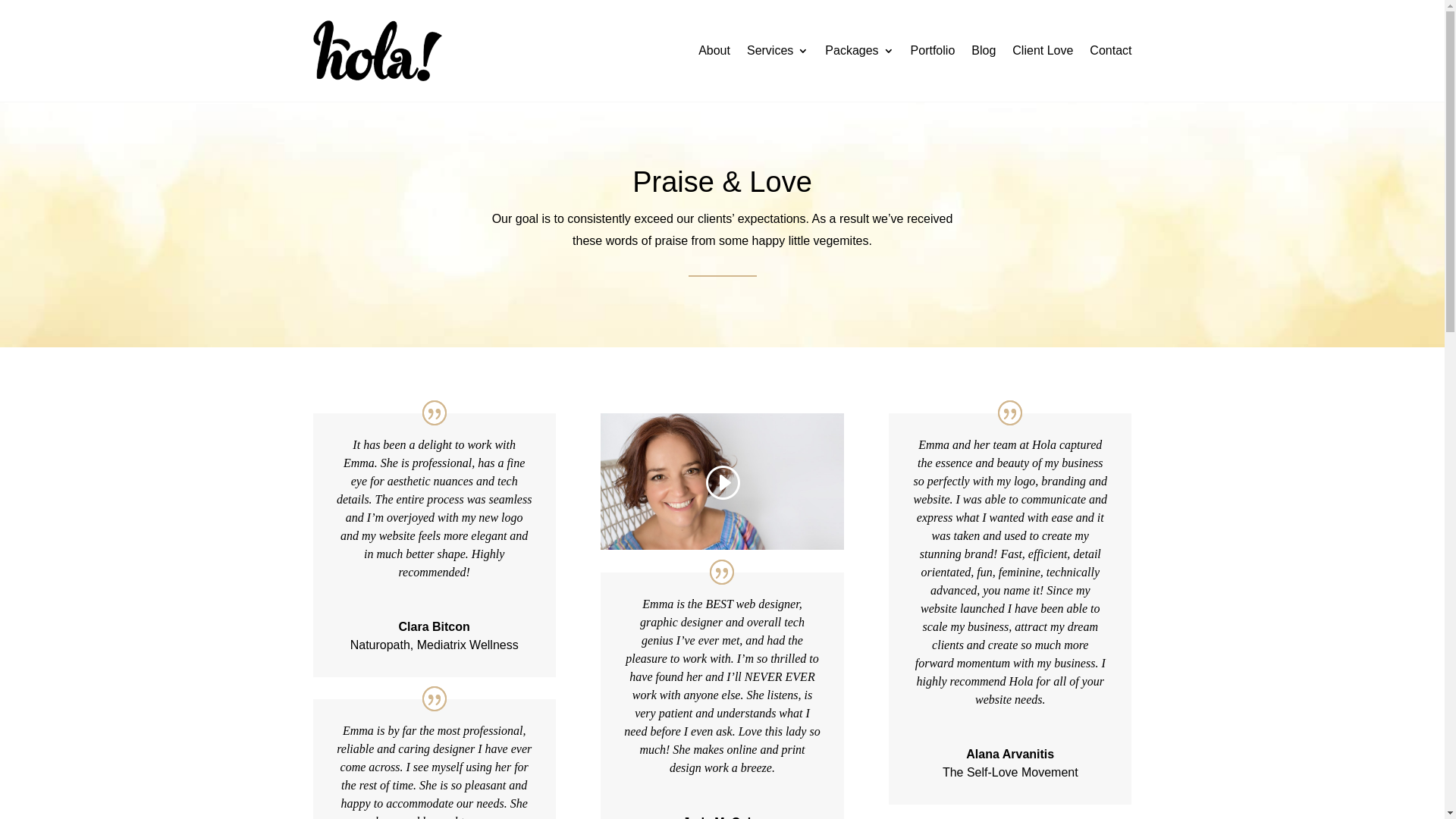 The image size is (1456, 819). I want to click on 'Client Love', so click(1041, 49).